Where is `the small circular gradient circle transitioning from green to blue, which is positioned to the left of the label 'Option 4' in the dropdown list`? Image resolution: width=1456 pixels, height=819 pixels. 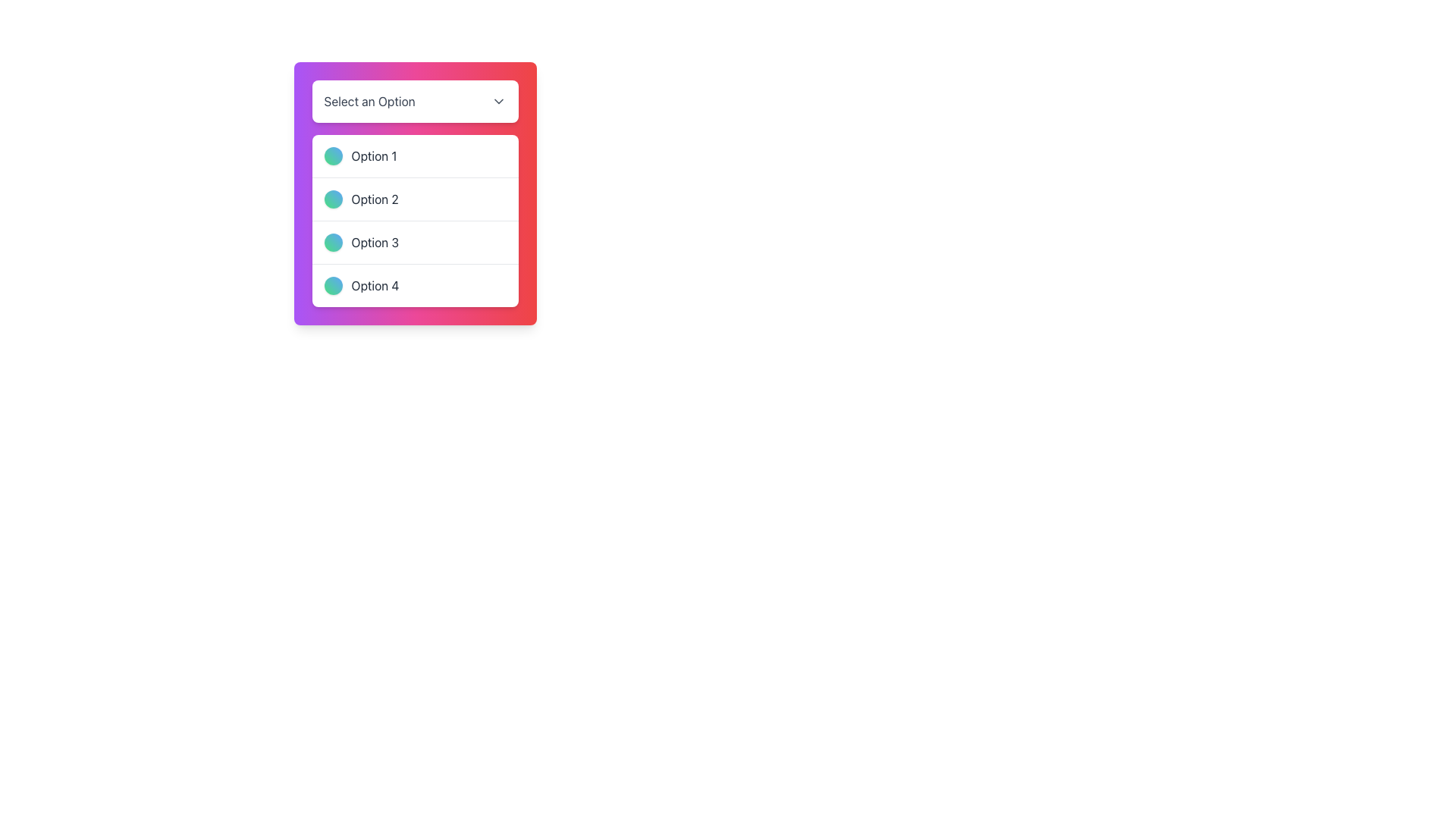 the small circular gradient circle transitioning from green to blue, which is positioned to the left of the label 'Option 4' in the dropdown list is located at coordinates (332, 286).